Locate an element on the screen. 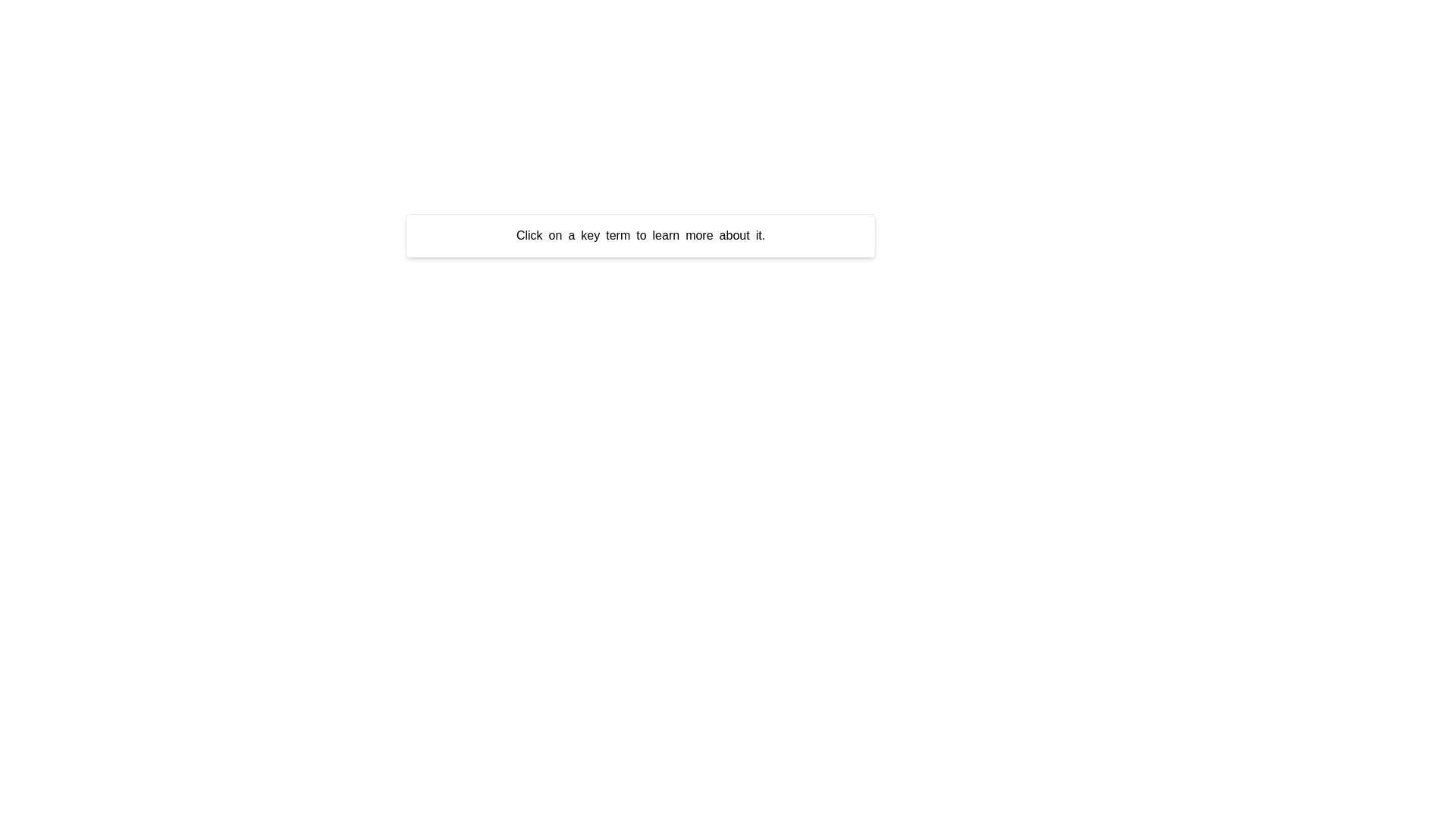 Image resolution: width=1456 pixels, height=819 pixels. the text span 'term' which is styled with padding and a hover background color change to yellow, located in the sentence 'Click on a key term to learn more about it.' is located at coordinates (618, 235).